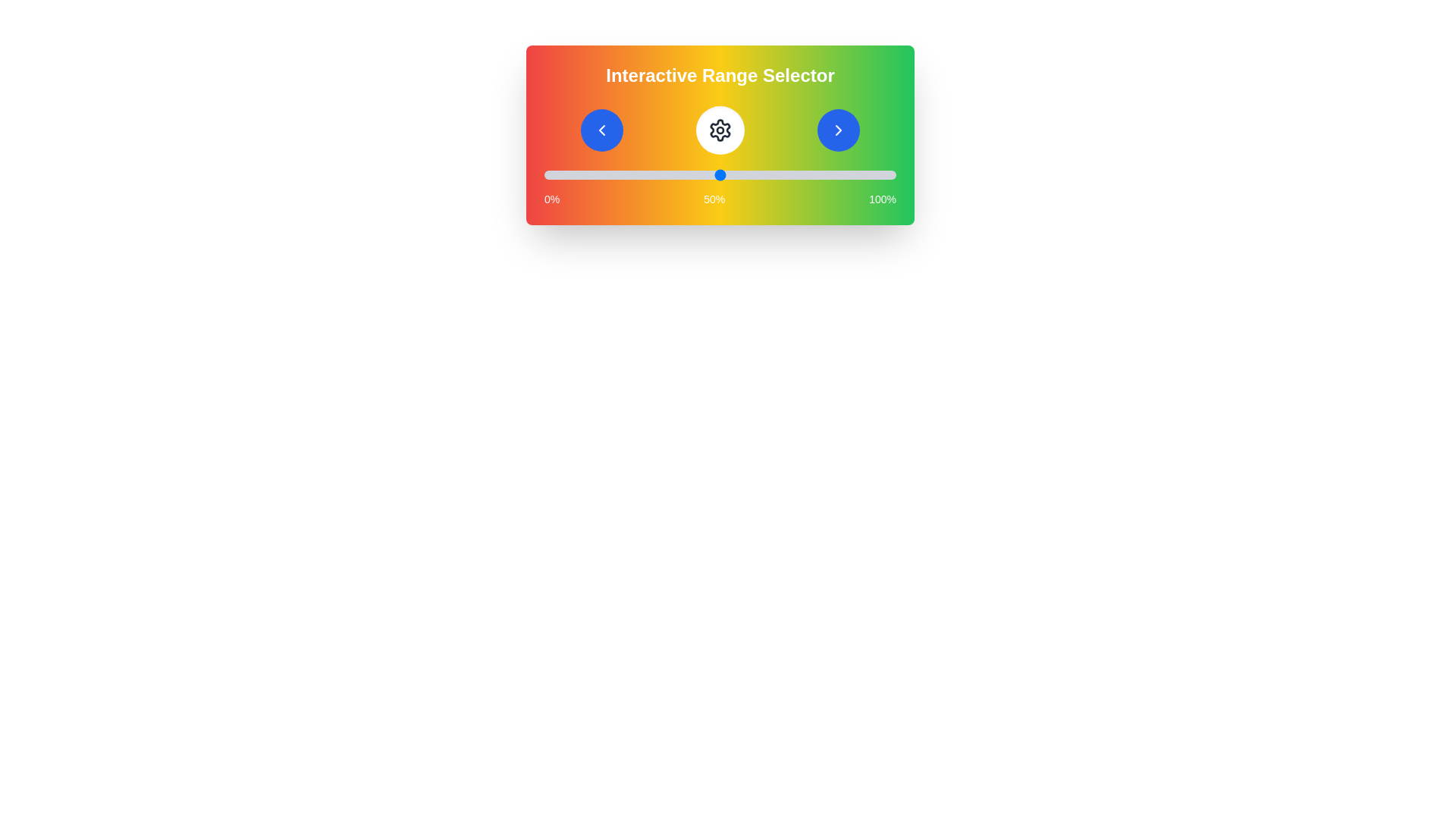 The height and width of the screenshot is (819, 1456). Describe the element at coordinates (738, 174) in the screenshot. I see `the slider to set the value to 55%` at that location.